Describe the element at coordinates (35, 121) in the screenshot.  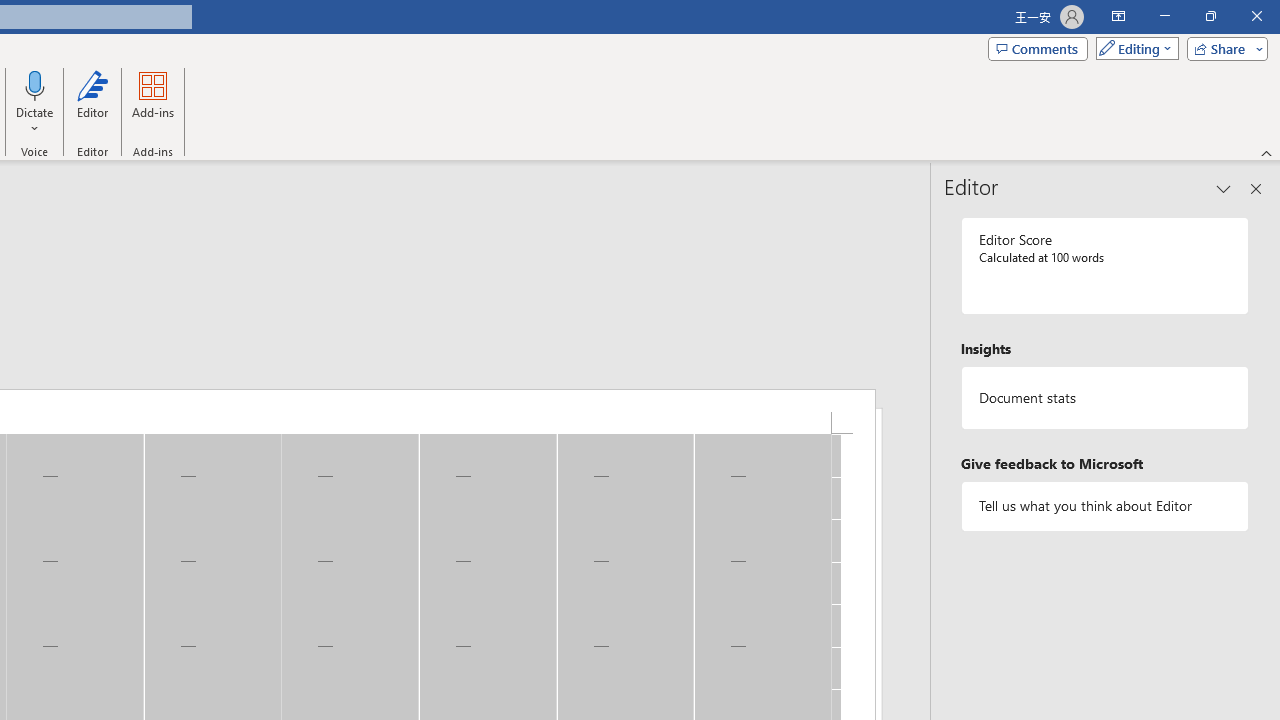
I see `'More Options'` at that location.